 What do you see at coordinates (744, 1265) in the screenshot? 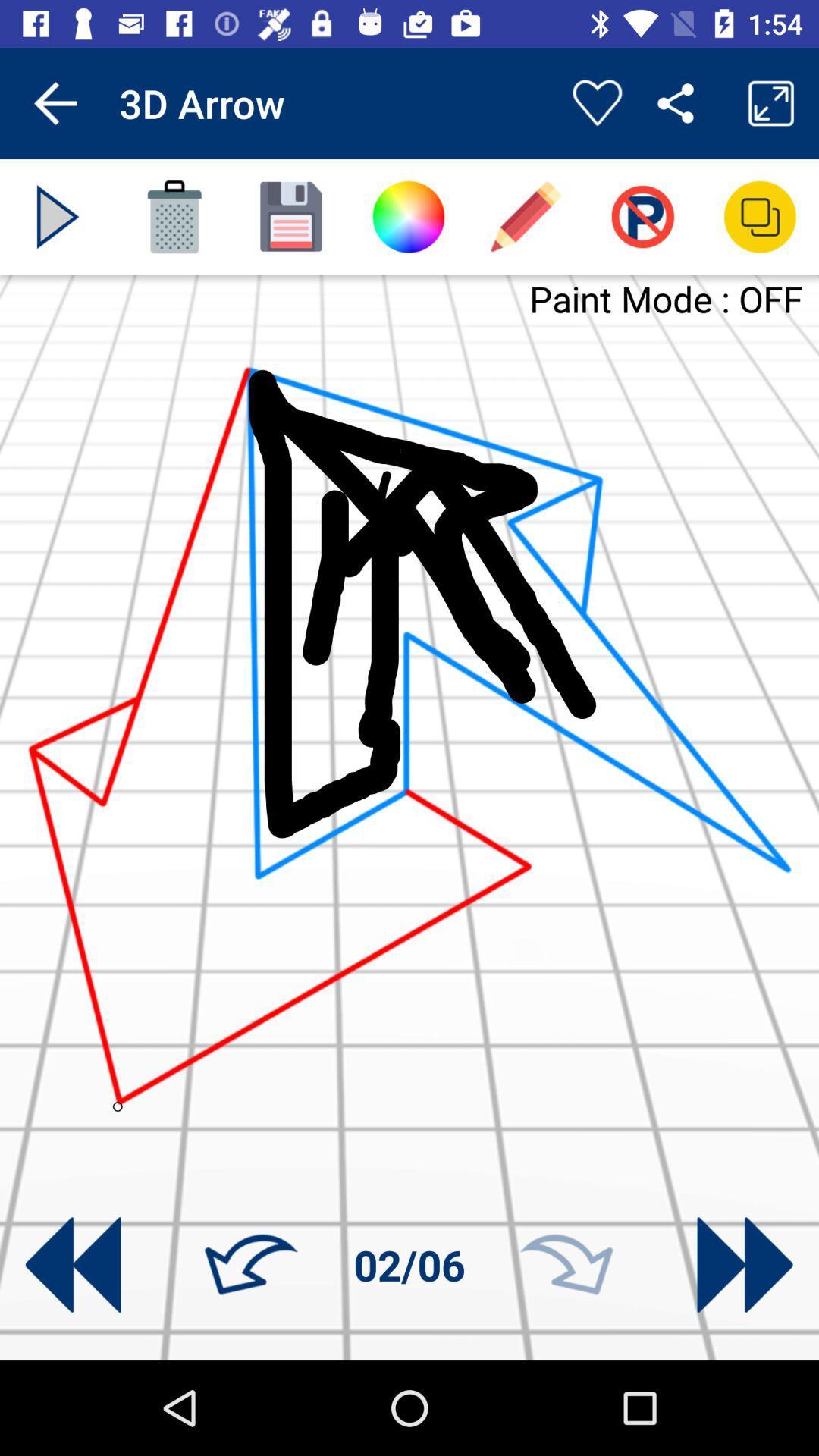
I see `the av_forward icon` at bounding box center [744, 1265].